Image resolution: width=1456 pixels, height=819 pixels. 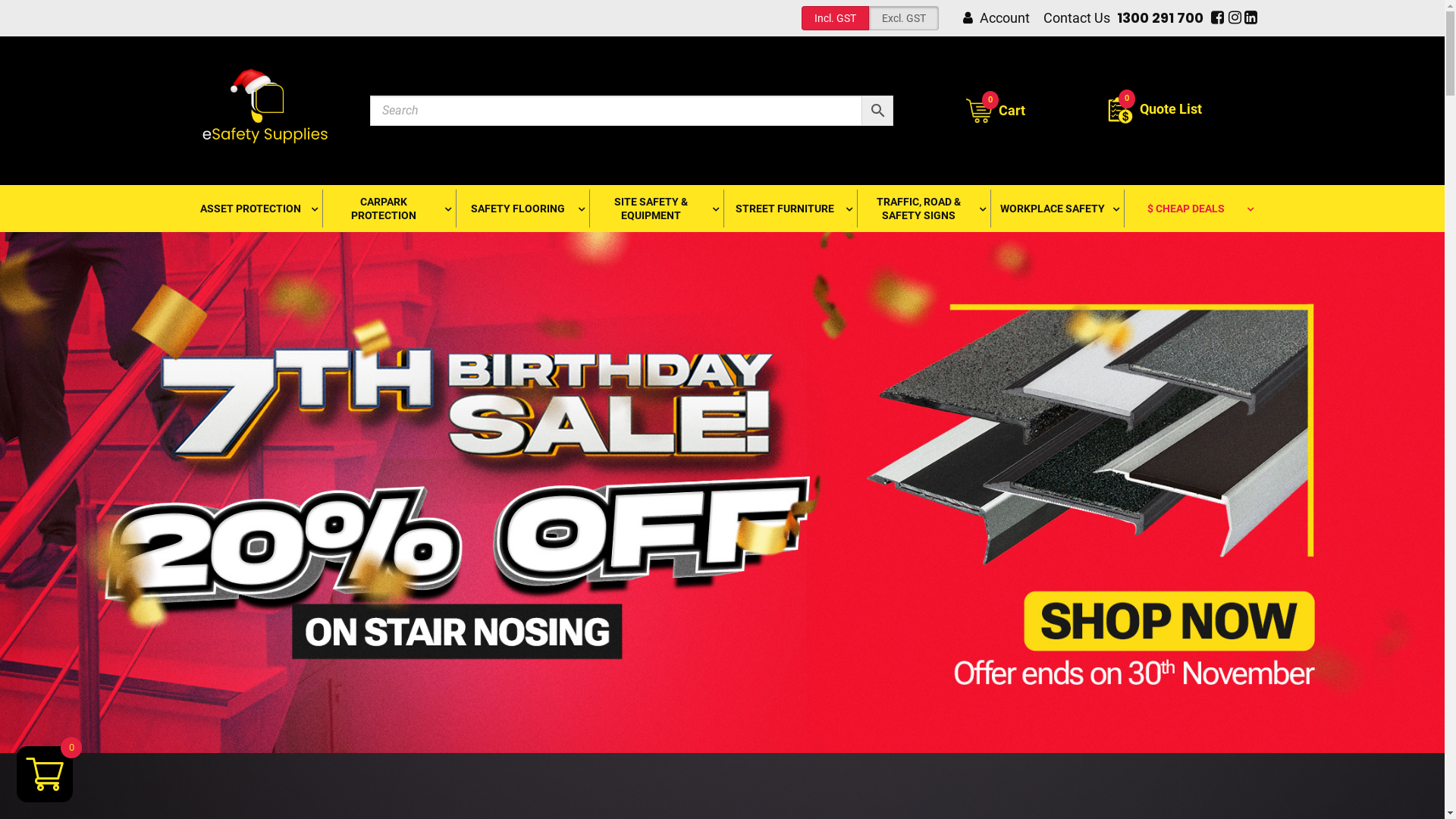 I want to click on '1300 291 700', so click(x=1159, y=17).